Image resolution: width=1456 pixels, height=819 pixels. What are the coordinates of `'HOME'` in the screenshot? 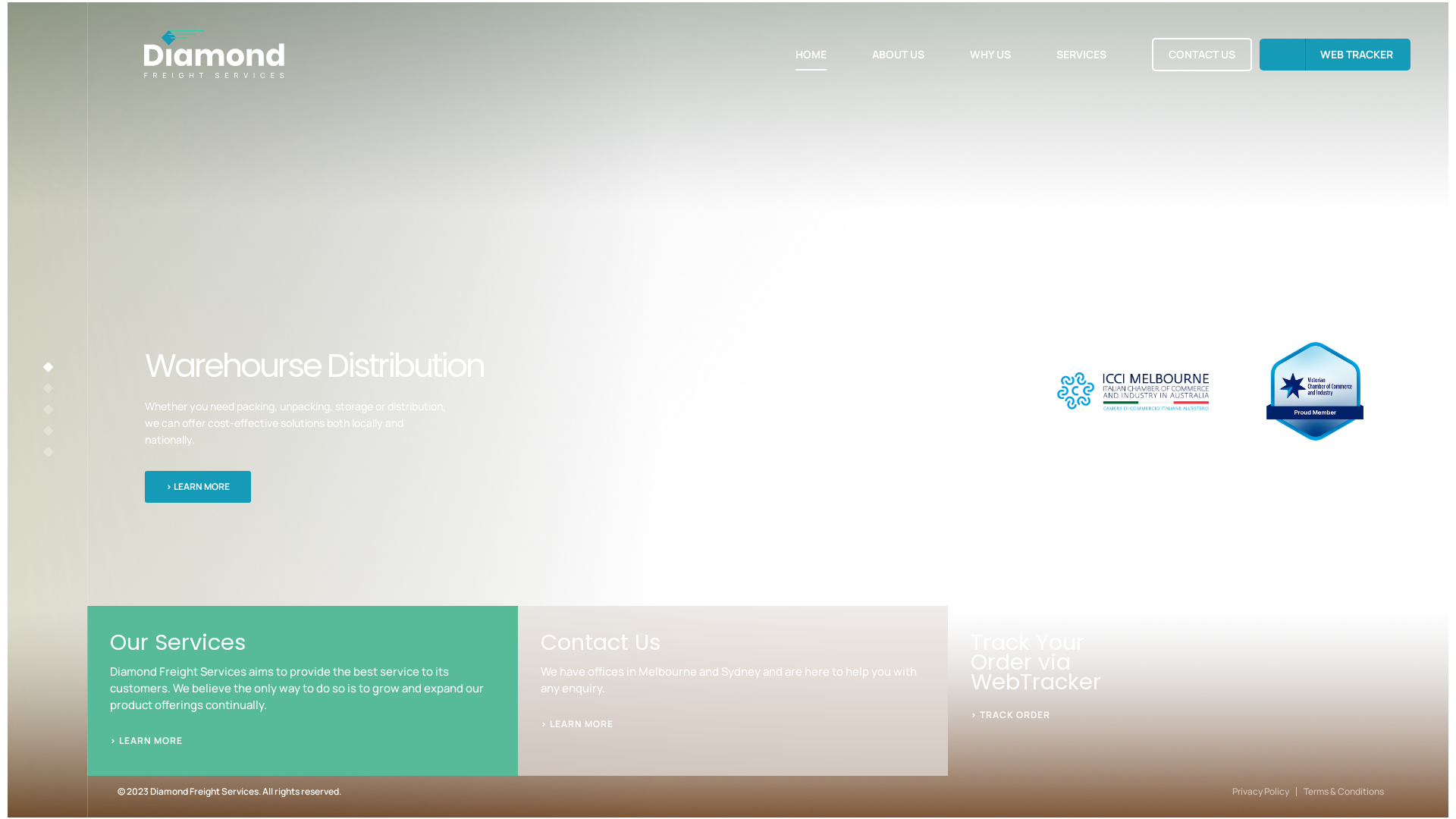 It's located at (810, 52).